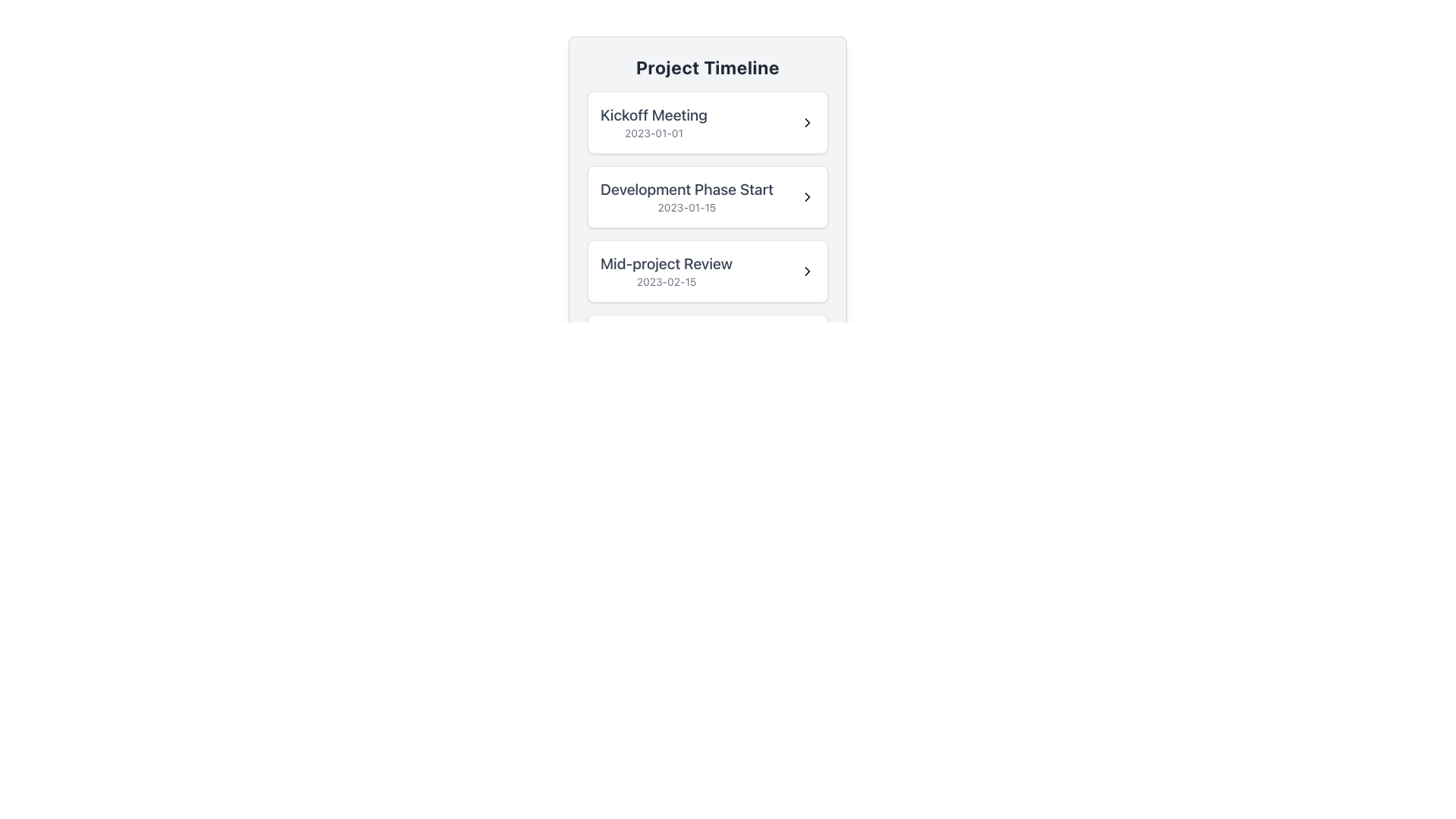 The width and height of the screenshot is (1456, 819). Describe the element at coordinates (666, 262) in the screenshot. I see `the informational Text Label that represents the title of an event or milestone within the Project Timeline, located as the third entry in the vertical list` at that location.